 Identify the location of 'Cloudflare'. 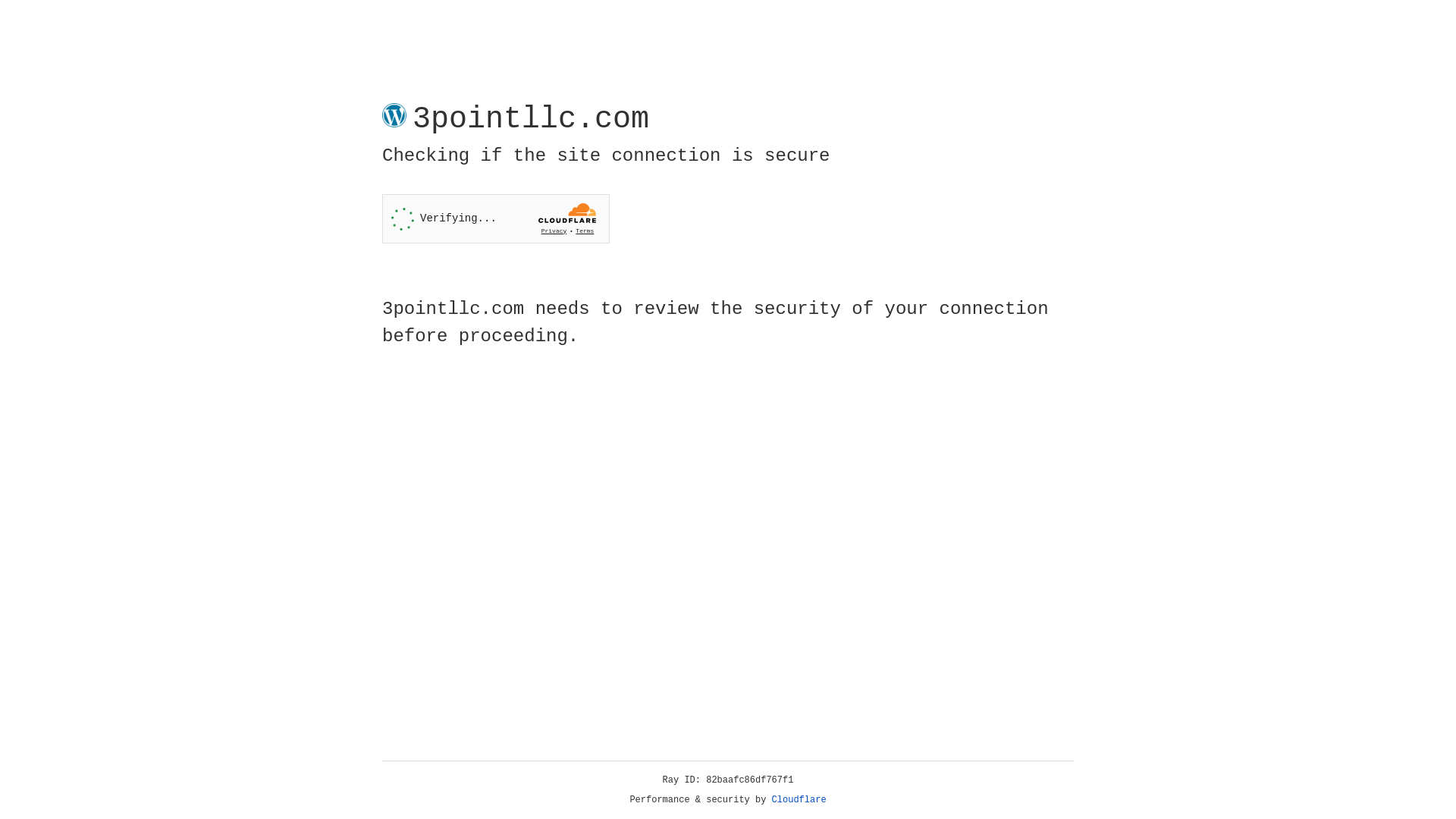
(799, 799).